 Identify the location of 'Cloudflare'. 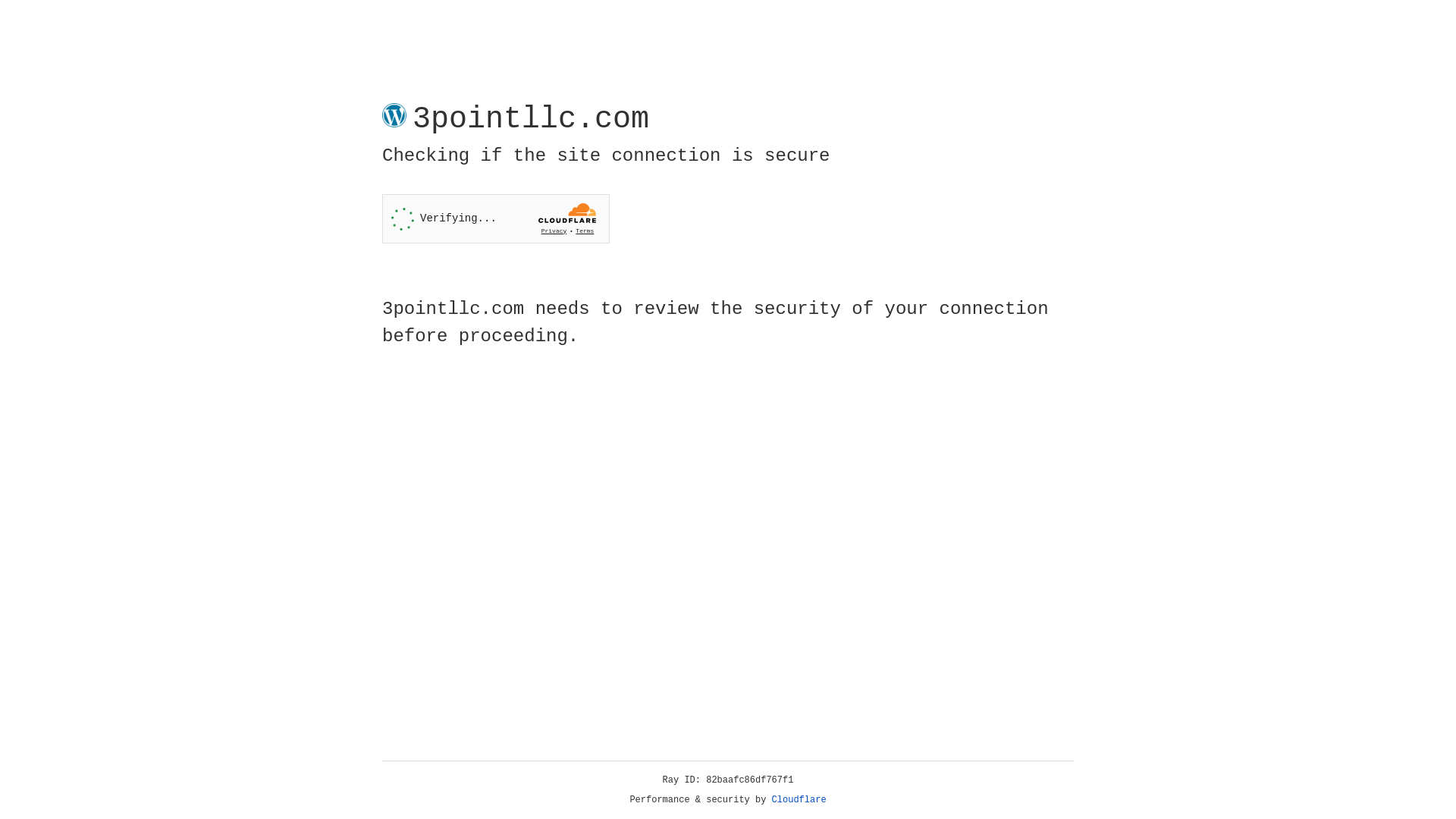
(799, 799).